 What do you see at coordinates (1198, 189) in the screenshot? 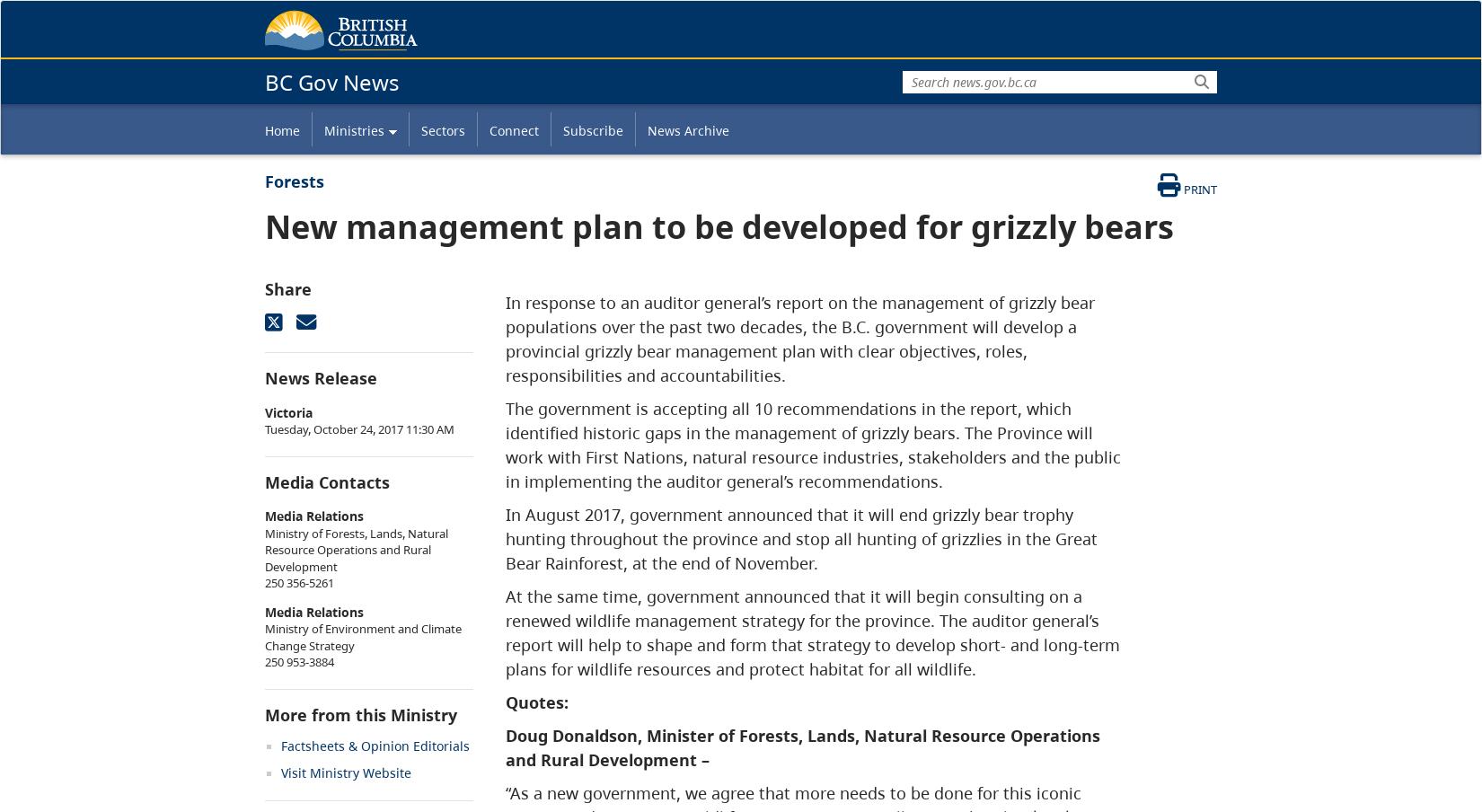
I see `'Print'` at bounding box center [1198, 189].